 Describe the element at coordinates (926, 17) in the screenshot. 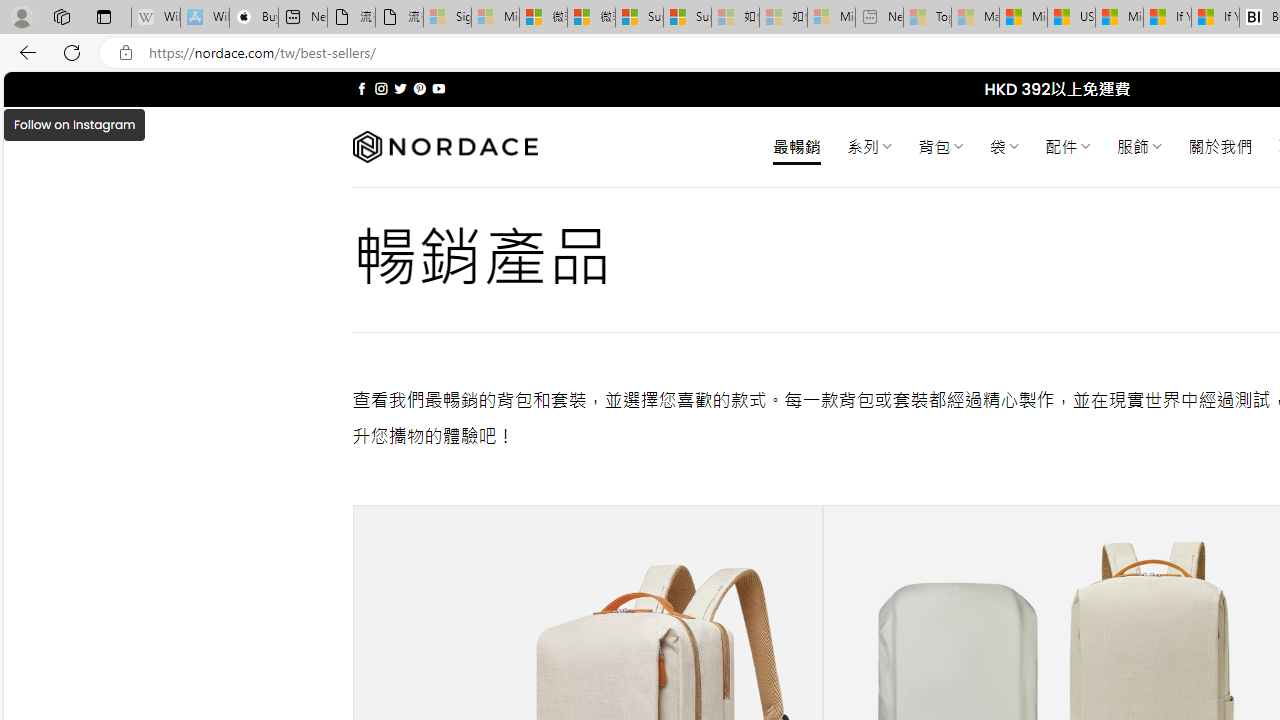

I see `'Top Stories - MSN - Sleeping'` at that location.